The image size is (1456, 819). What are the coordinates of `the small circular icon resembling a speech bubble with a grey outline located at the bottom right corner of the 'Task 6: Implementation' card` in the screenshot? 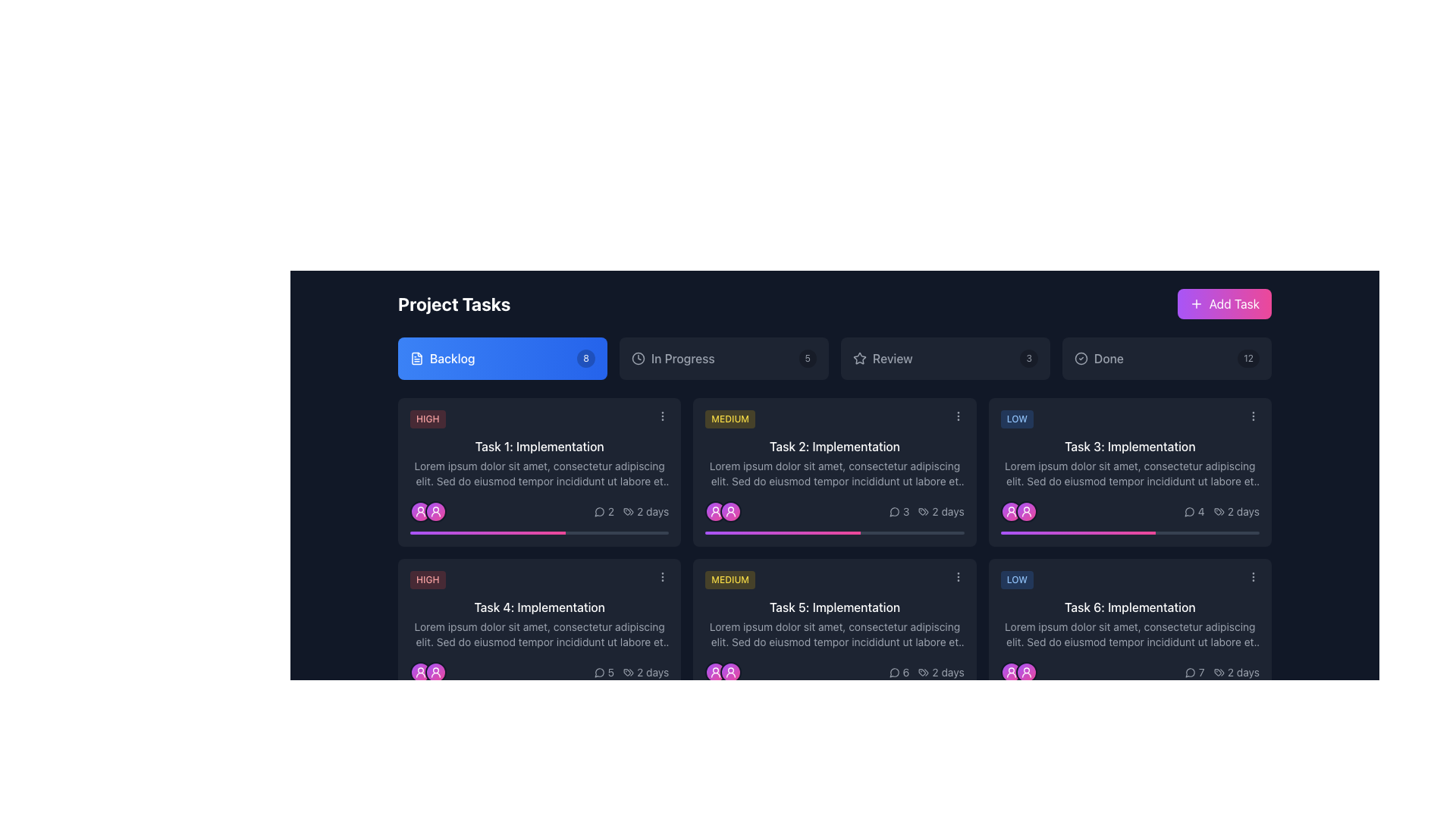 It's located at (1189, 672).